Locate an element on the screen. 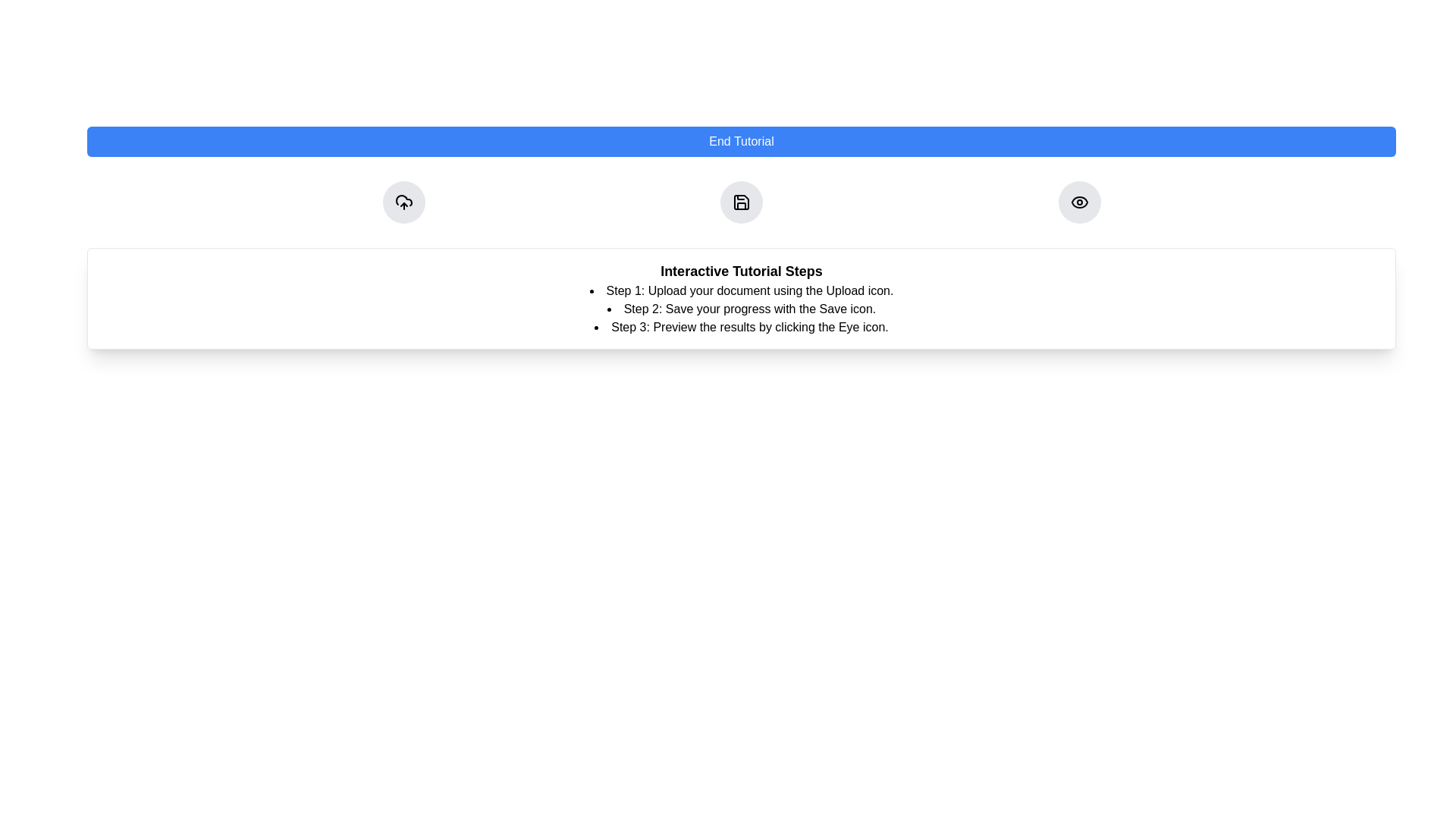 Image resolution: width=1456 pixels, height=819 pixels. the third interactive icon on the far right, which has an eye symbol for content preview is located at coordinates (1078, 201).